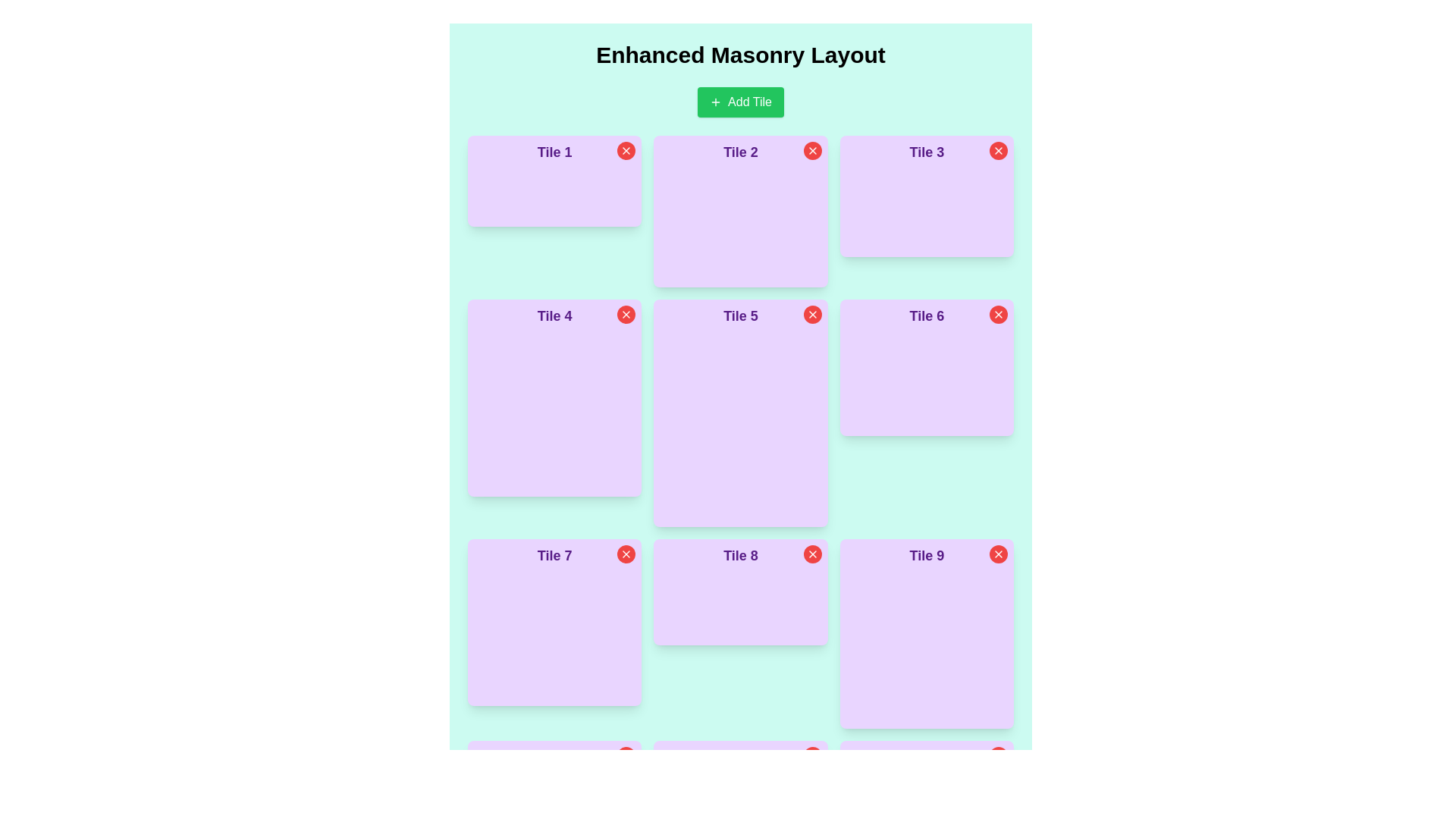  Describe the element at coordinates (740, 591) in the screenshot. I see `the card component labeled 'Tile 8'` at that location.